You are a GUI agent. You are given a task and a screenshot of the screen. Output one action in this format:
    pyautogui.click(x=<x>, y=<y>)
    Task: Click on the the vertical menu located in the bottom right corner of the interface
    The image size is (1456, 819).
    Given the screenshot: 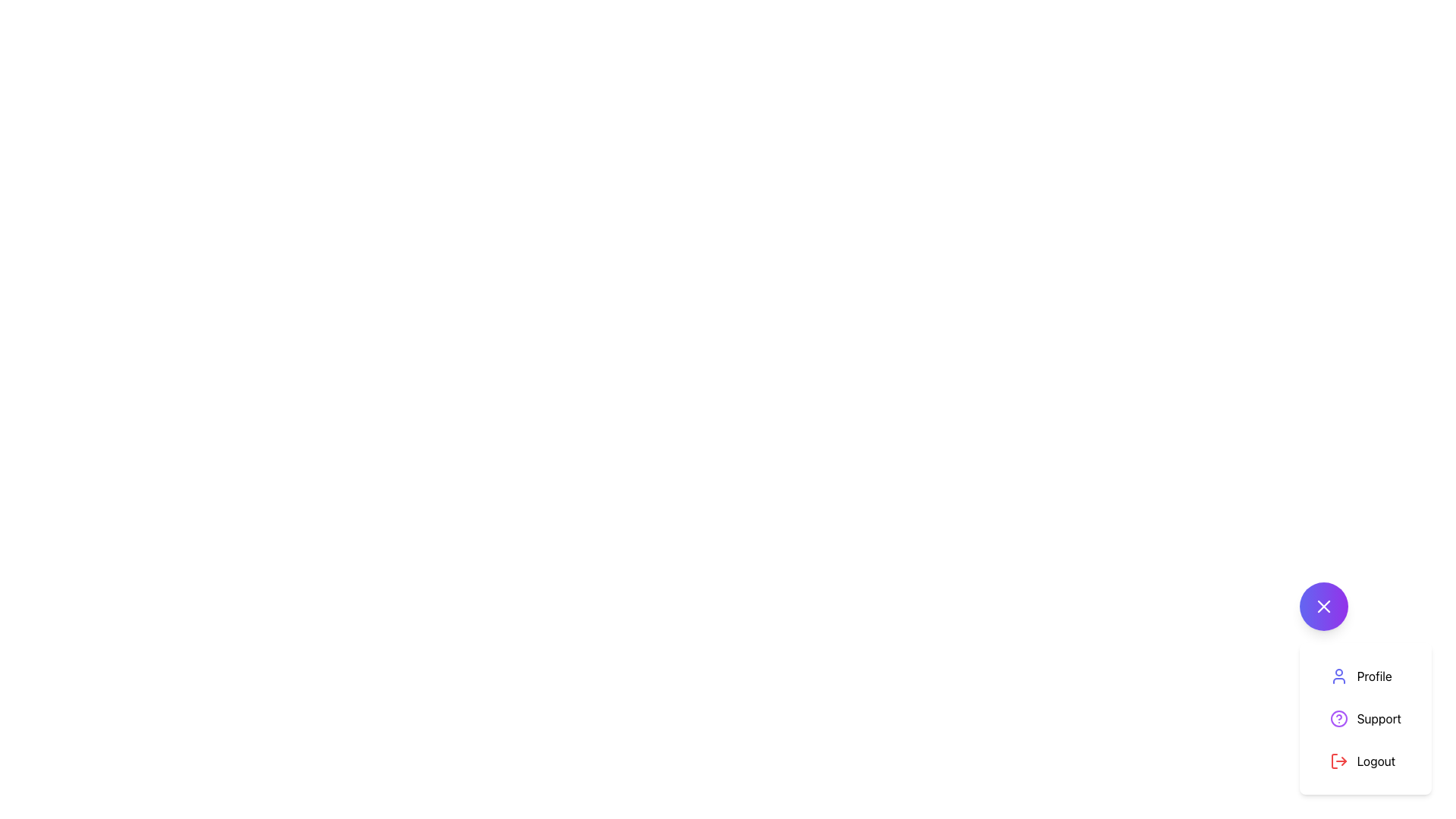 What is the action you would take?
    pyautogui.click(x=1365, y=718)
    